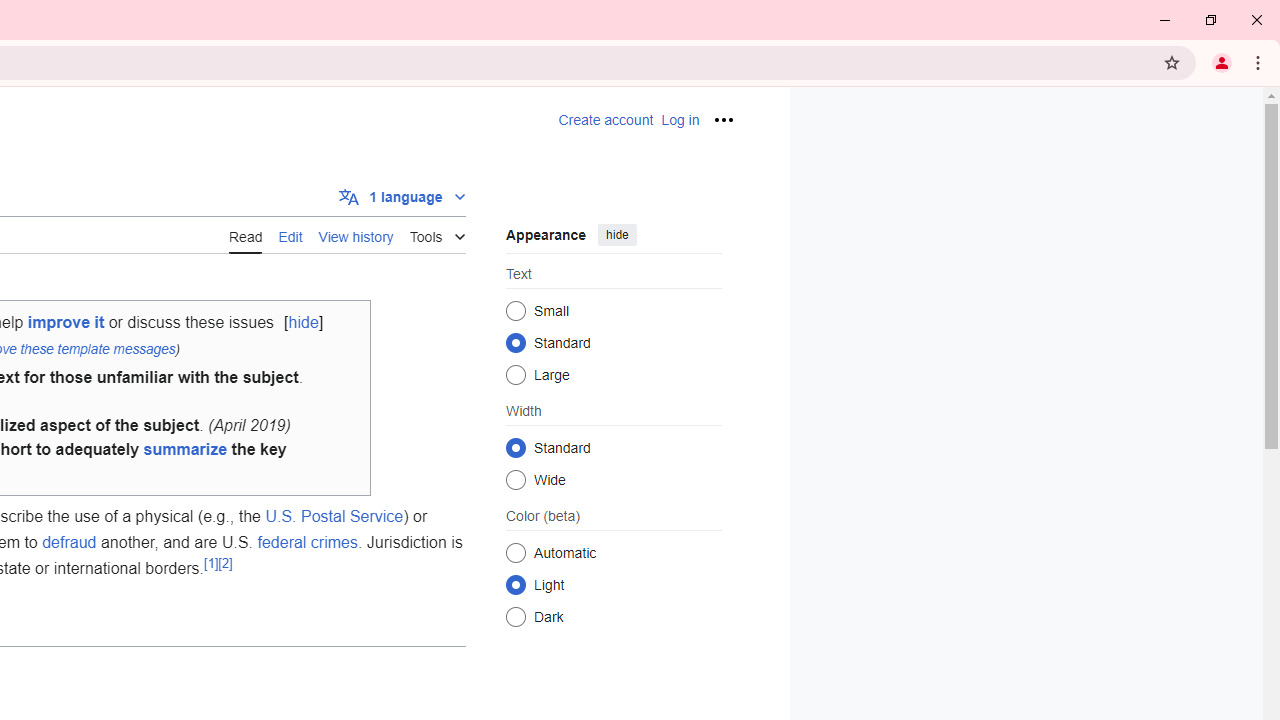  I want to click on 'defraud', so click(69, 541).